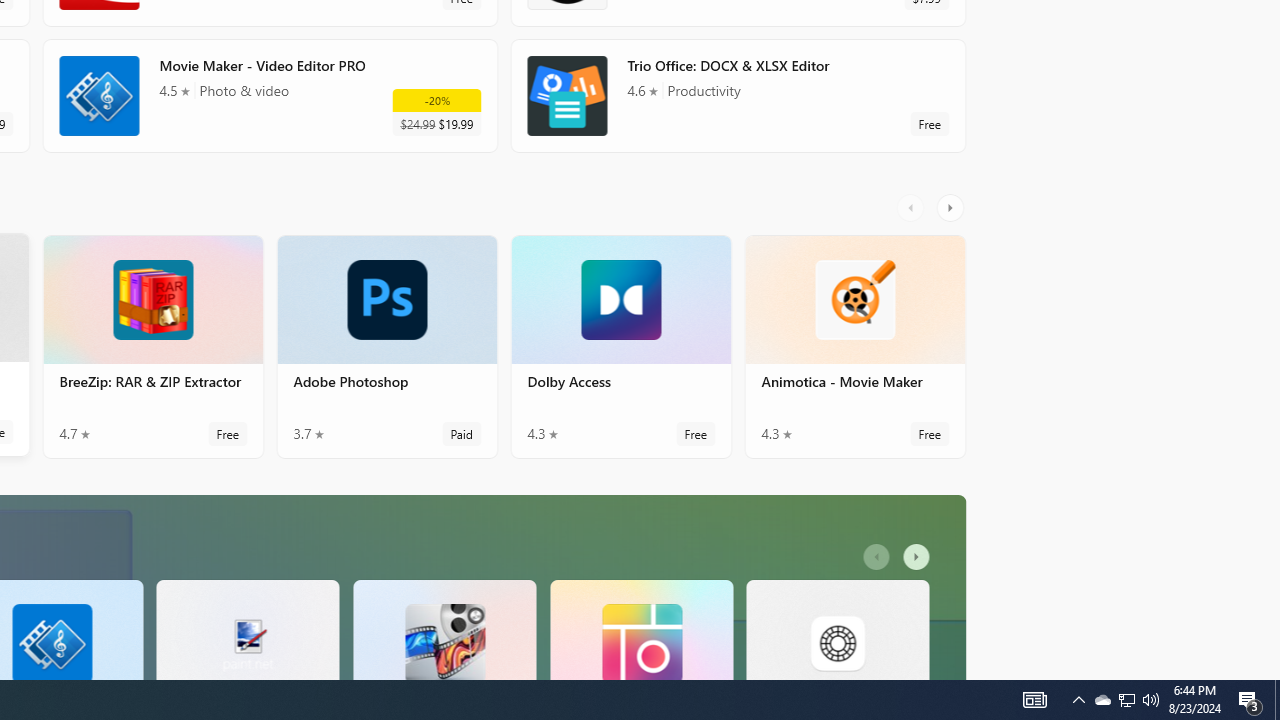  I want to click on 'Vertical Small Increase', so click(1271, 672).